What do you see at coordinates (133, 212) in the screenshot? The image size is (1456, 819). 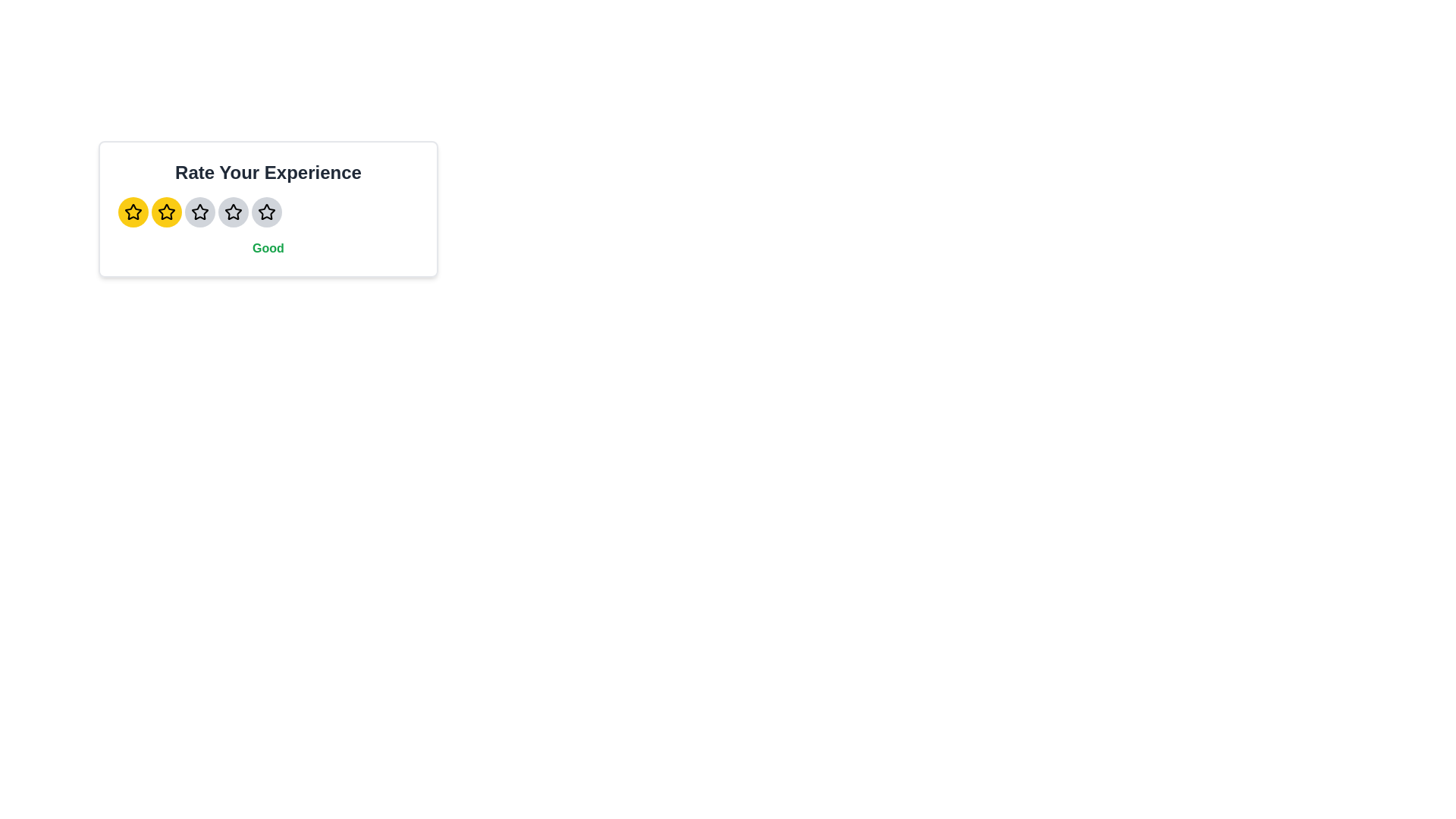 I see `the first star in the horizontal row of rating stars` at bounding box center [133, 212].